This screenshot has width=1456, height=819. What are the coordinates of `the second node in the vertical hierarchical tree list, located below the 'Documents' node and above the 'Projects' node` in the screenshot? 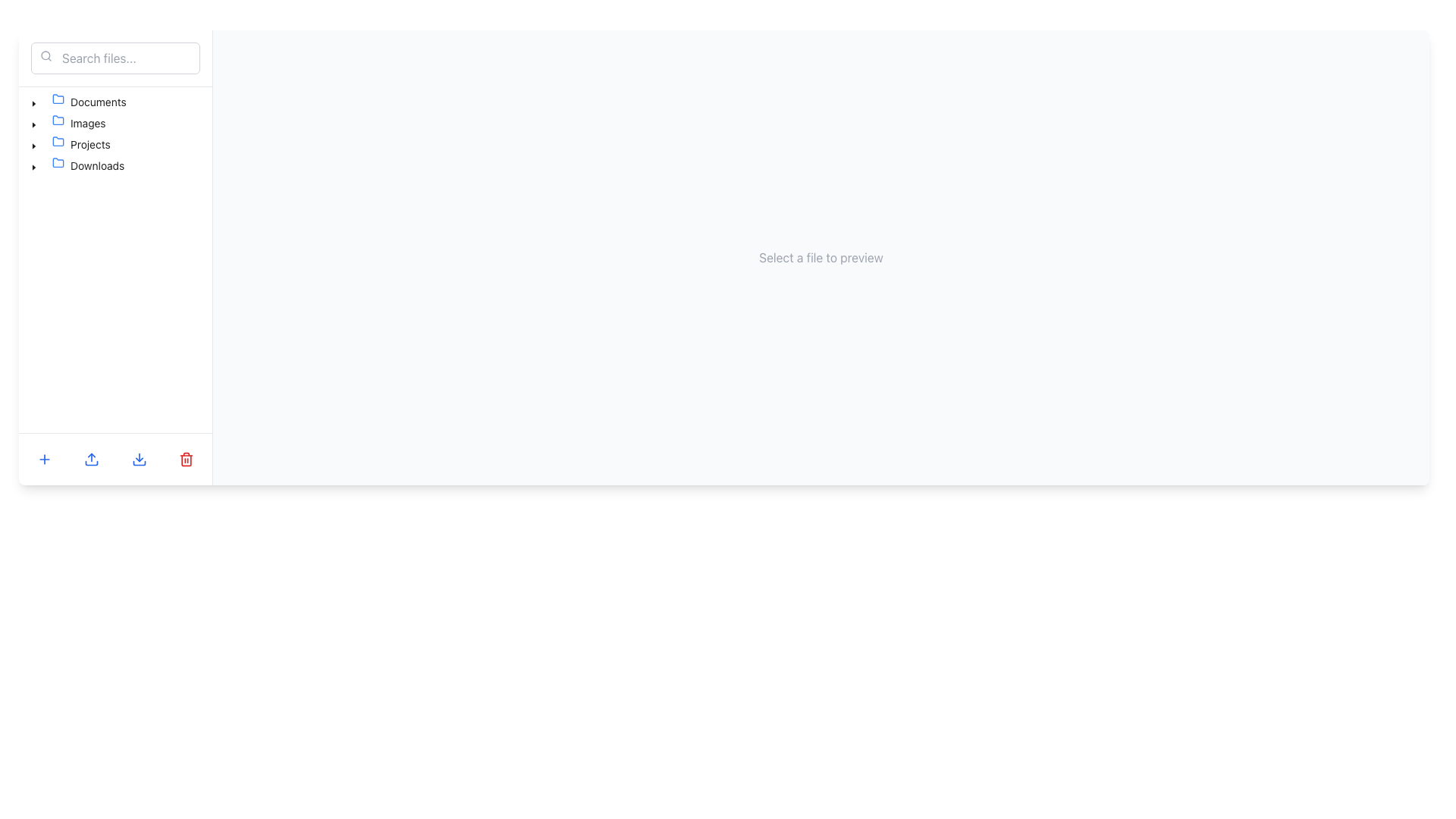 It's located at (67, 122).